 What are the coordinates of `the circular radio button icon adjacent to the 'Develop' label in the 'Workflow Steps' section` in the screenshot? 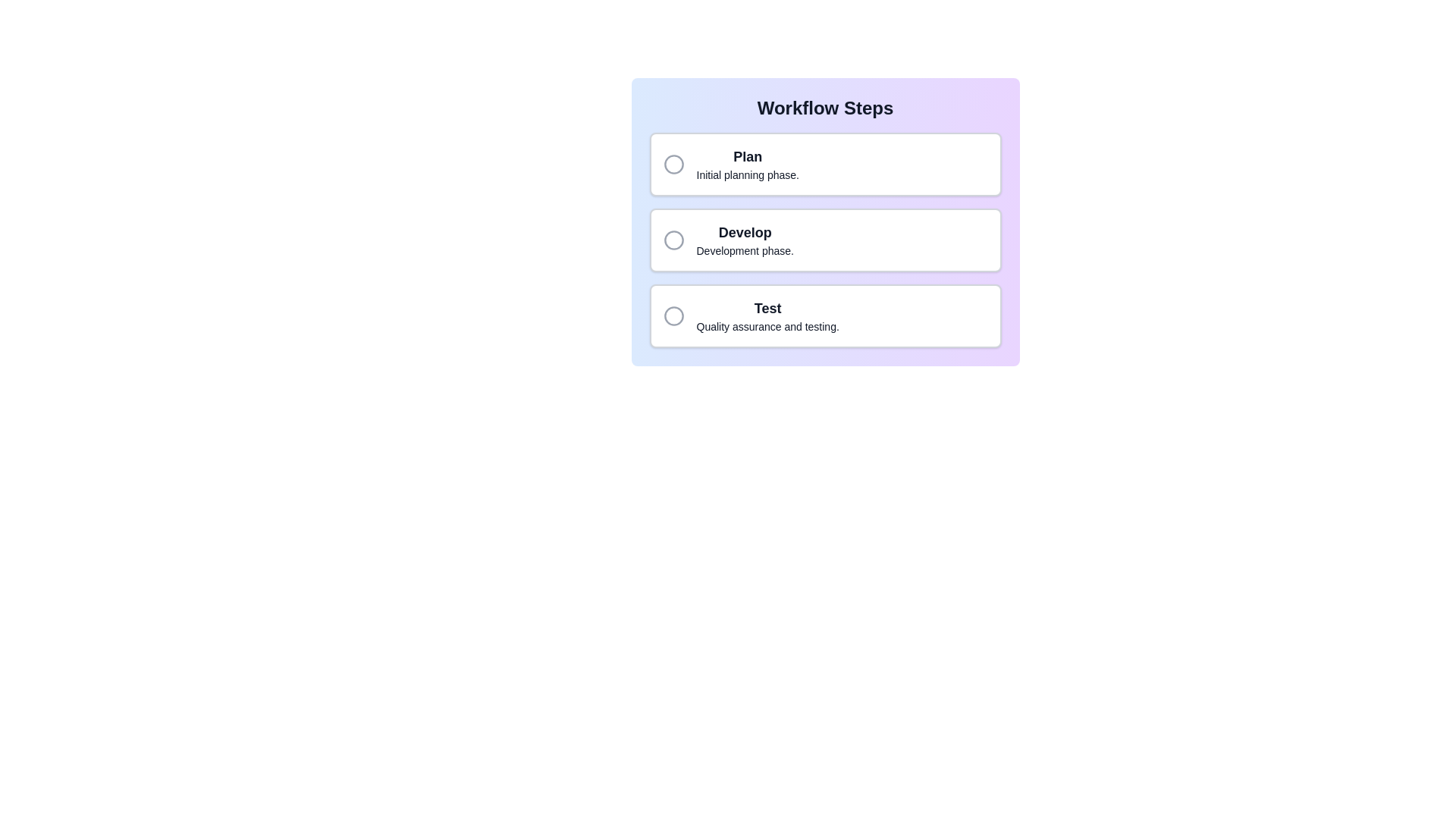 It's located at (673, 239).